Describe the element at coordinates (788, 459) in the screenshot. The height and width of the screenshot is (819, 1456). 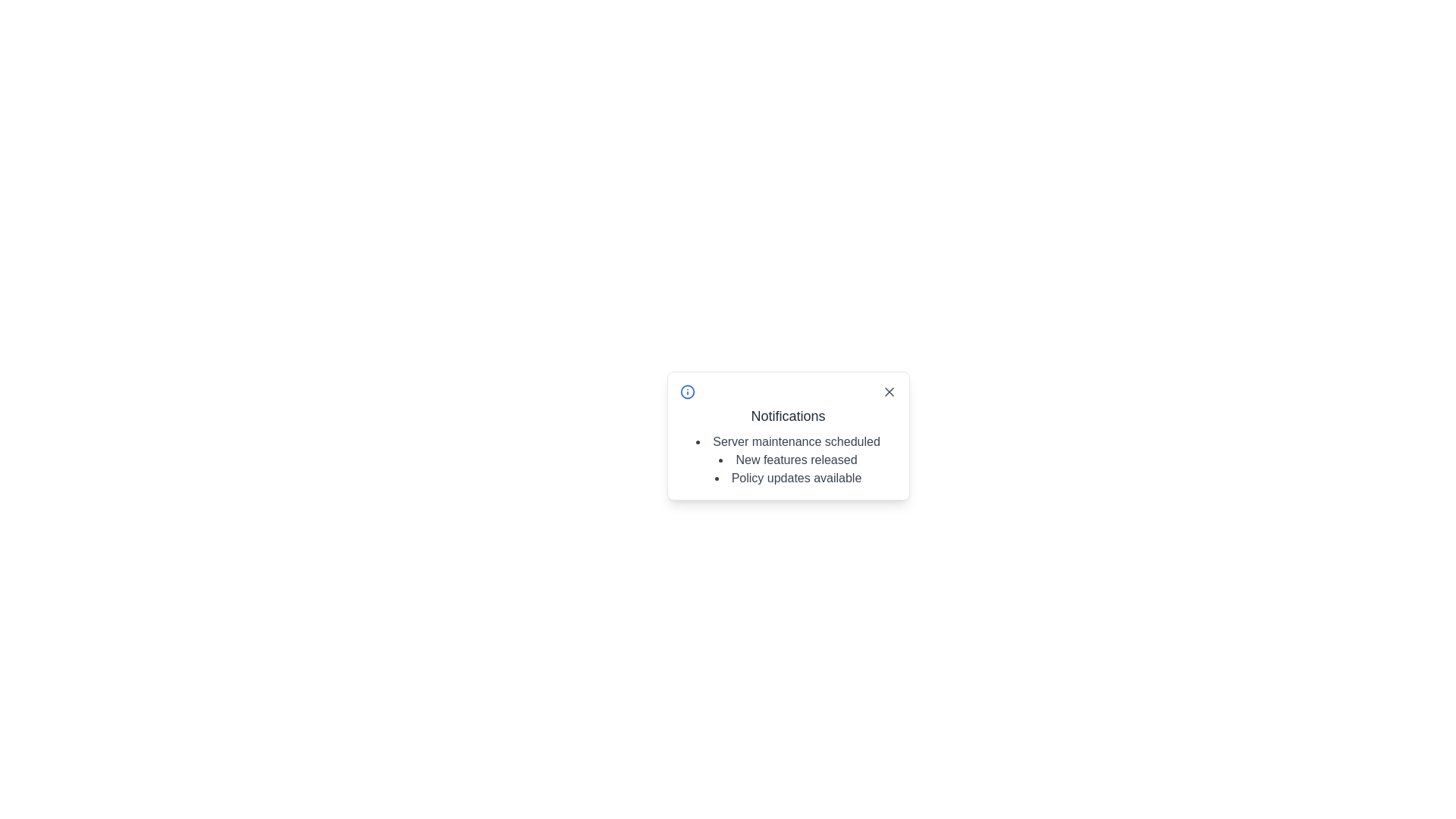
I see `the second item in the vertical bulleted list of notifications in the popup panel labeled 'Notifications', which displays information about newly released features` at that location.